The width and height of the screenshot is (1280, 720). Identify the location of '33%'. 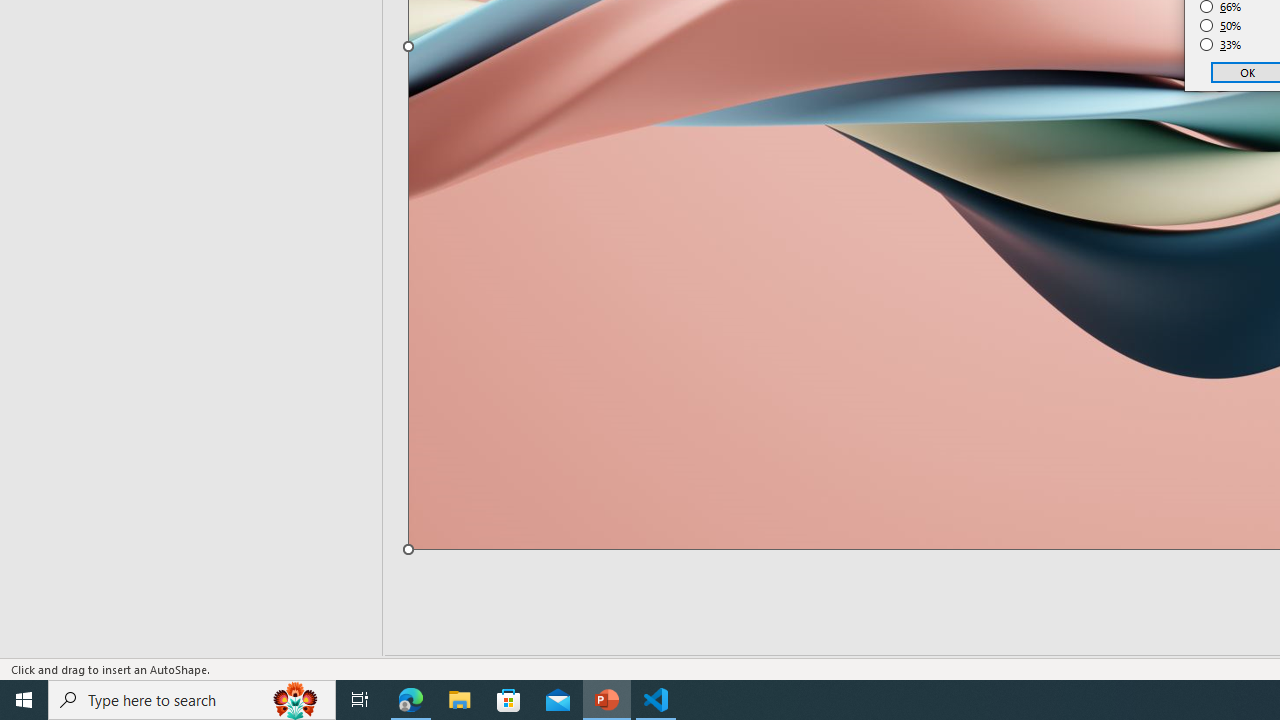
(1220, 45).